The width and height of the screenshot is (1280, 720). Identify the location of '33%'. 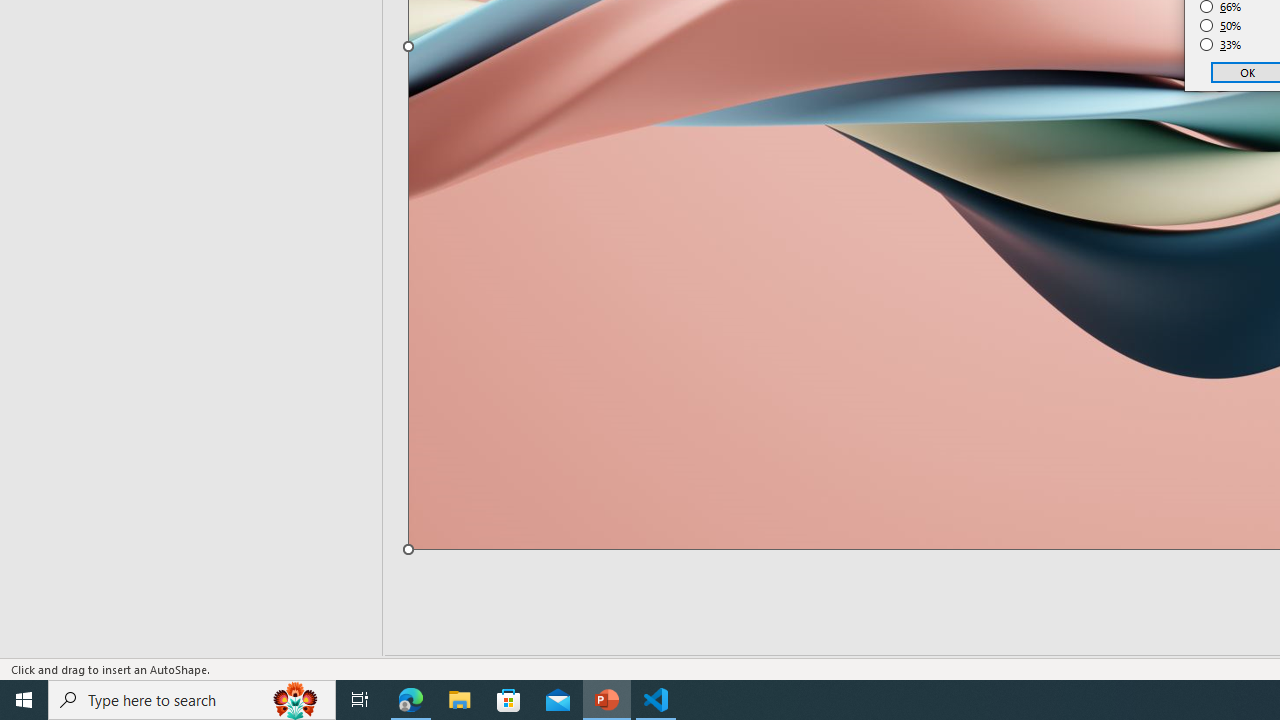
(1220, 45).